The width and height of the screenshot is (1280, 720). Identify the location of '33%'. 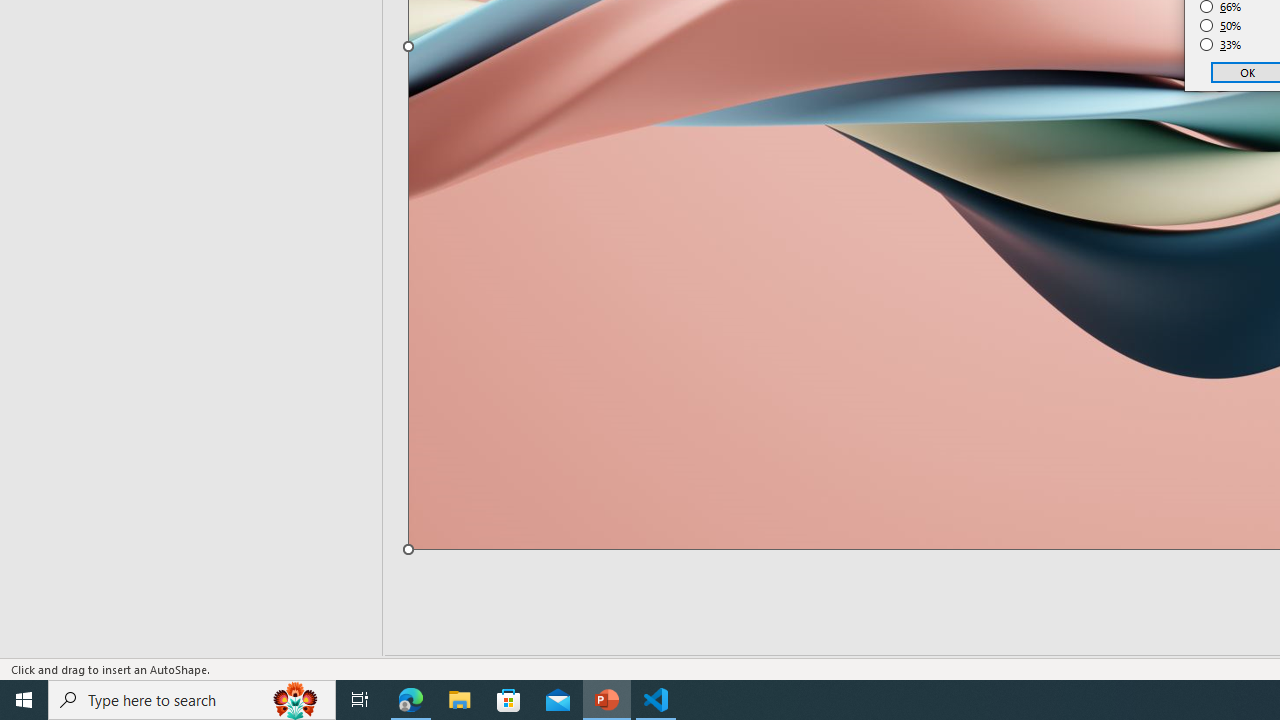
(1220, 45).